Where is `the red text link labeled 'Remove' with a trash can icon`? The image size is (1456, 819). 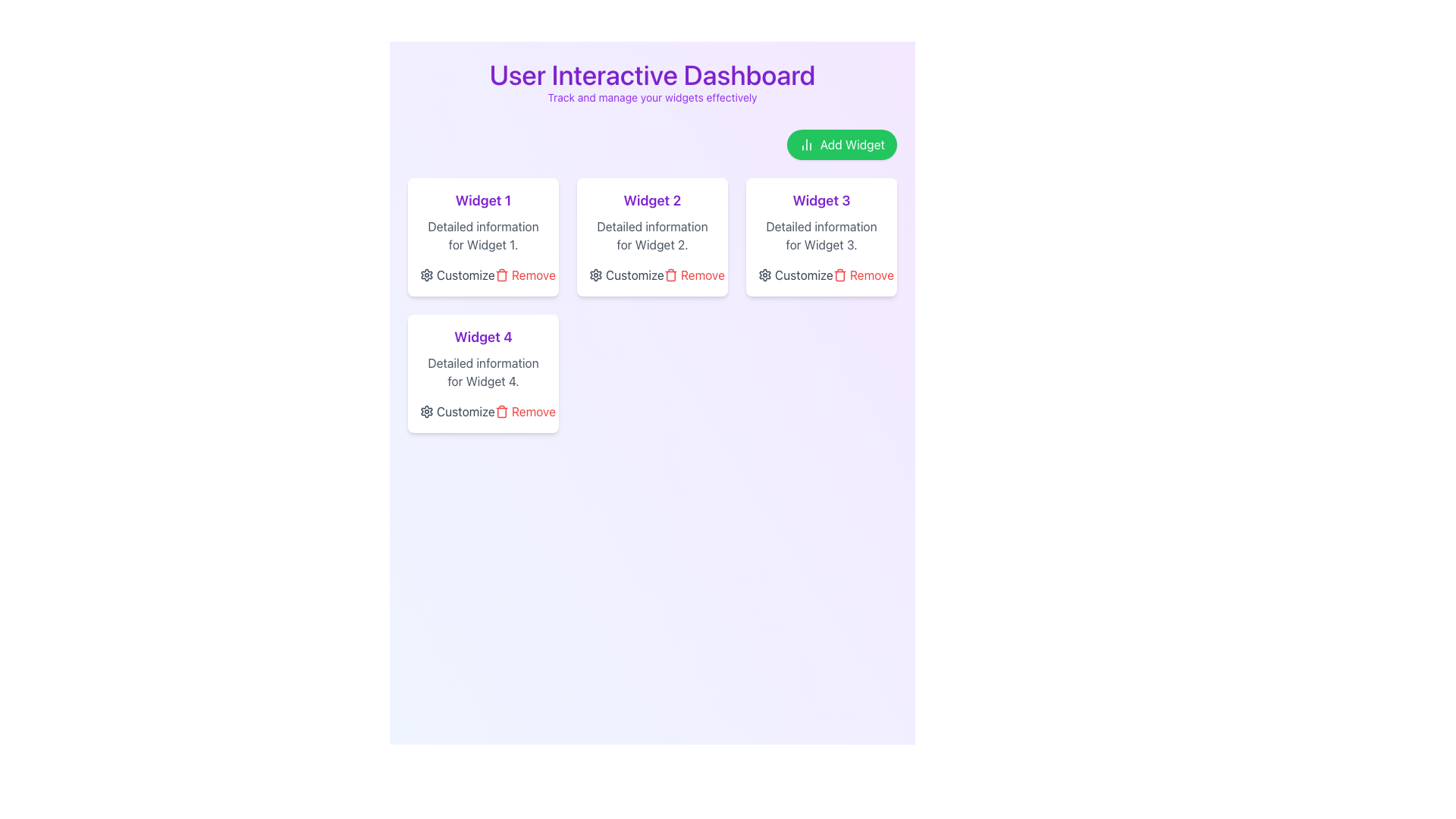 the red text link labeled 'Remove' with a trash can icon is located at coordinates (862, 275).